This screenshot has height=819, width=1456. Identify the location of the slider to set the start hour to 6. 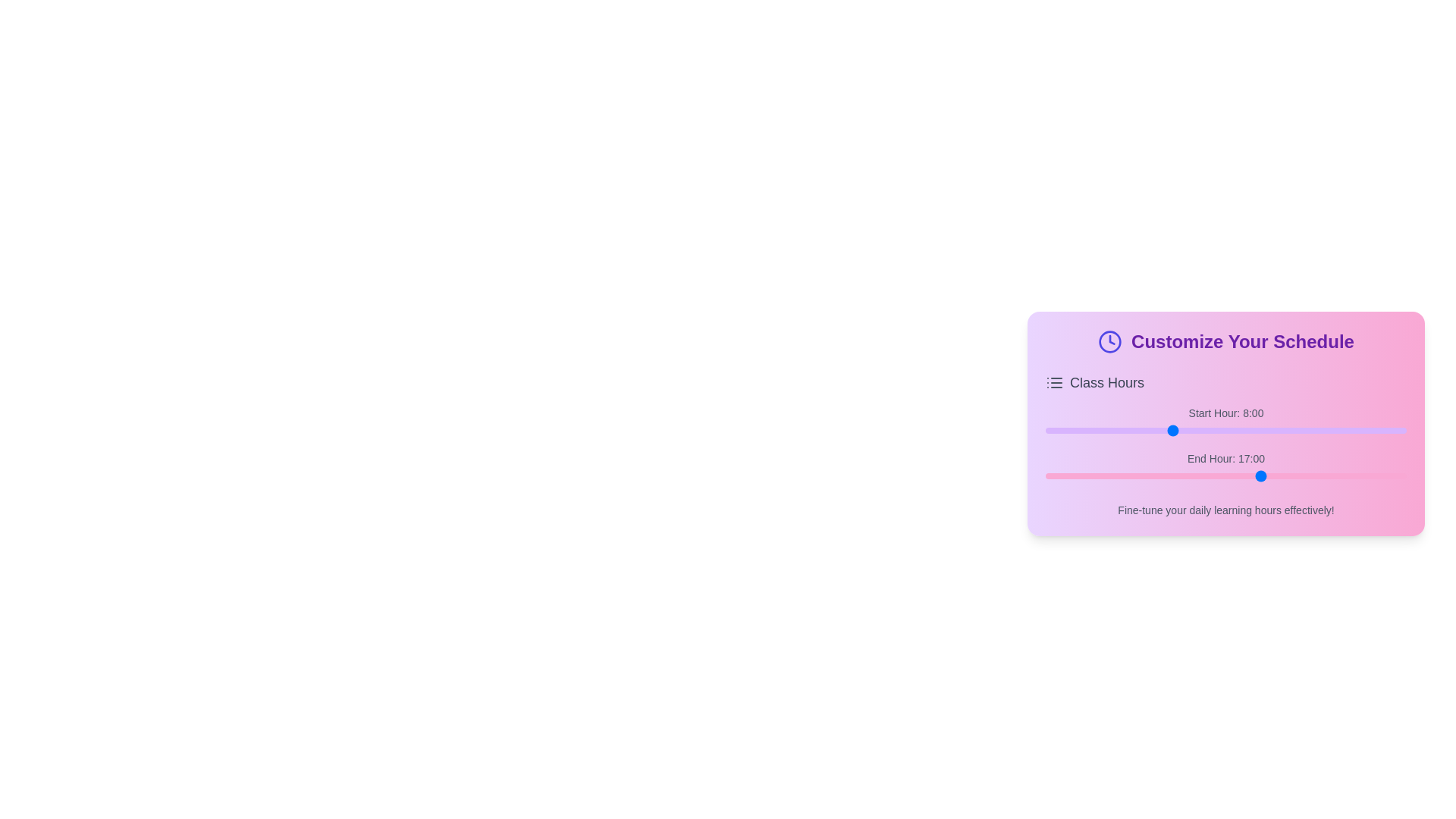
(1140, 430).